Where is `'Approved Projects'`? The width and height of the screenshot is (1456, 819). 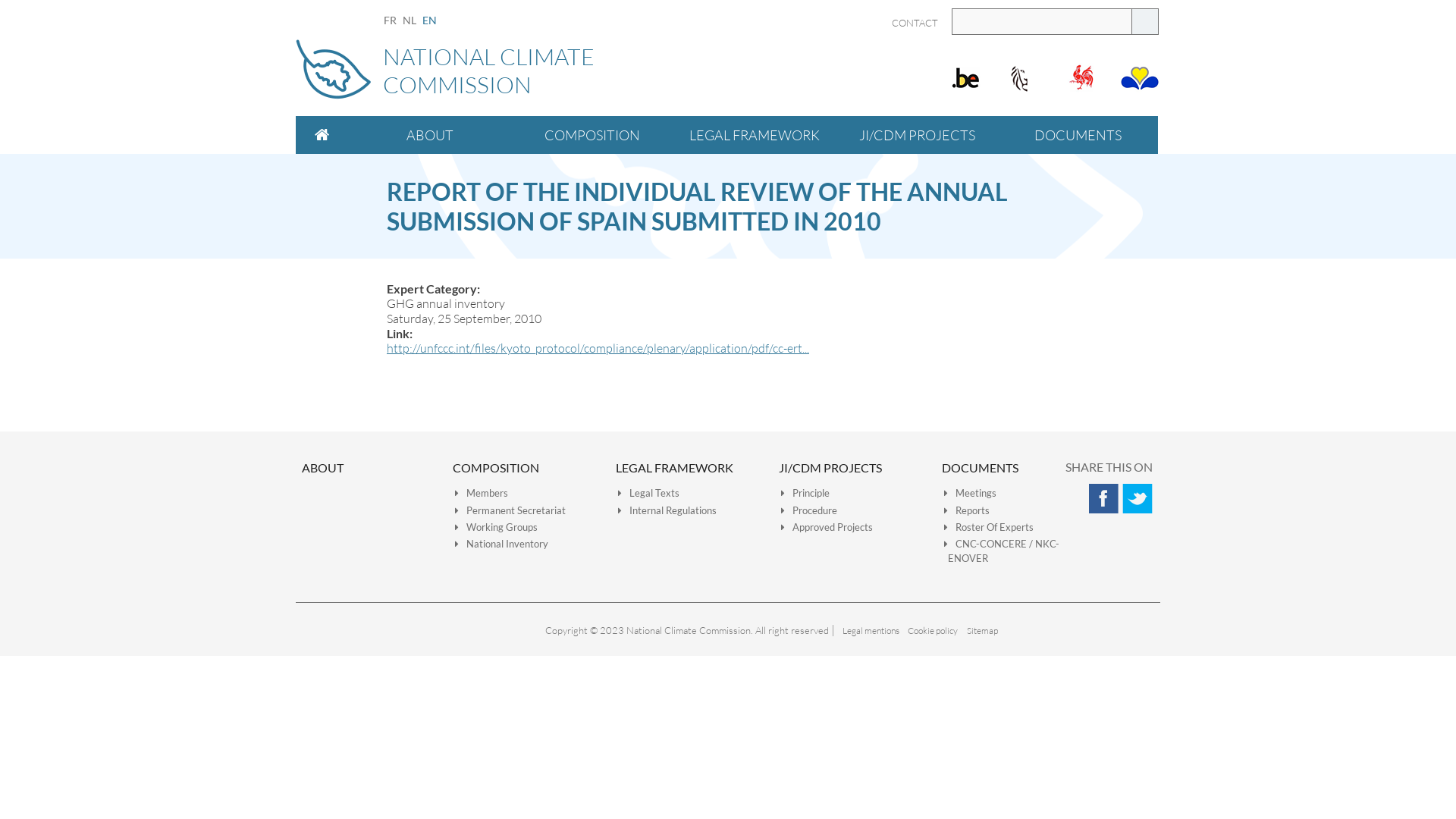 'Approved Projects' is located at coordinates (826, 526).